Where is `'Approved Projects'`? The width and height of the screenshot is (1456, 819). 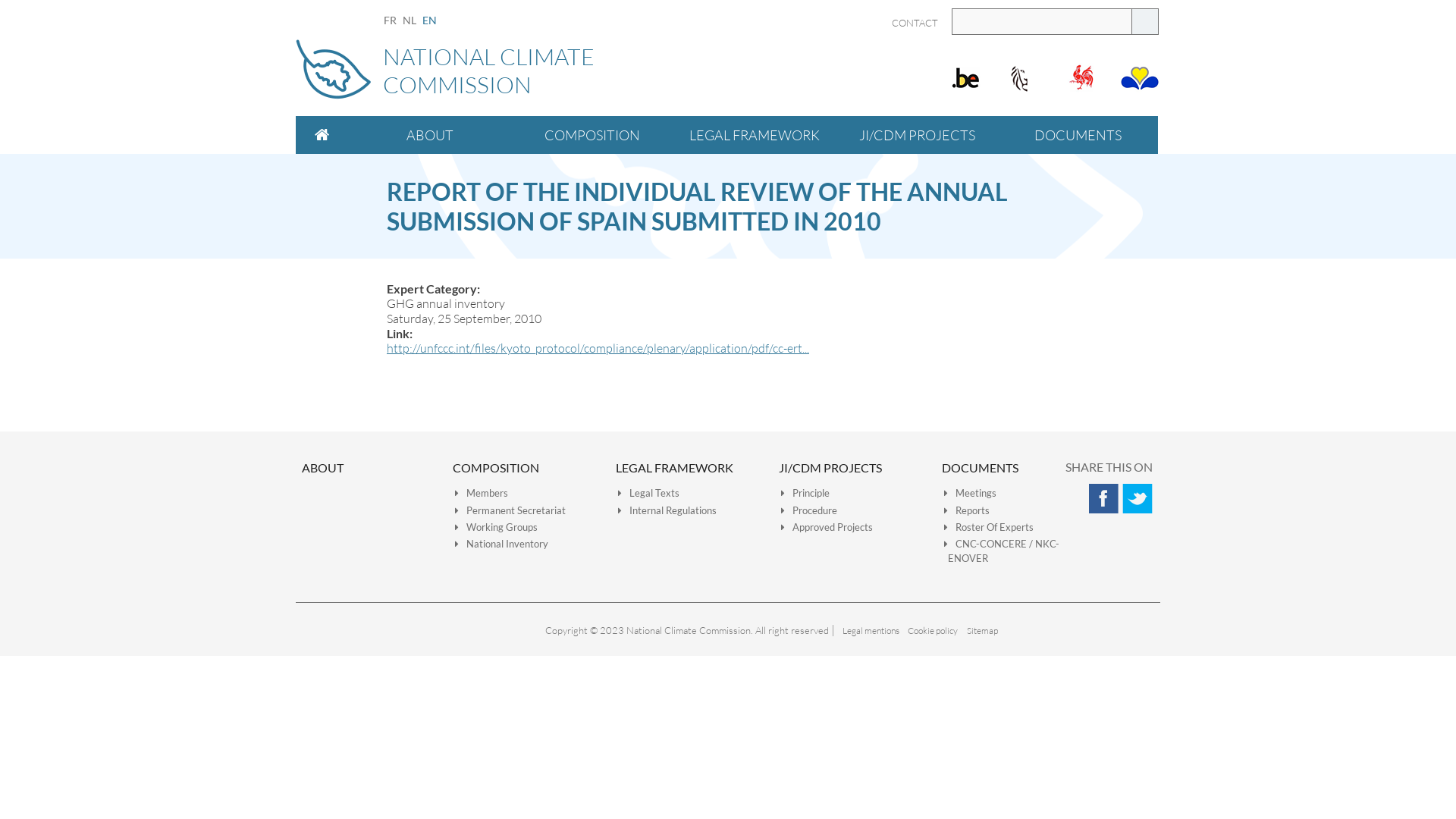 'Approved Projects' is located at coordinates (826, 526).